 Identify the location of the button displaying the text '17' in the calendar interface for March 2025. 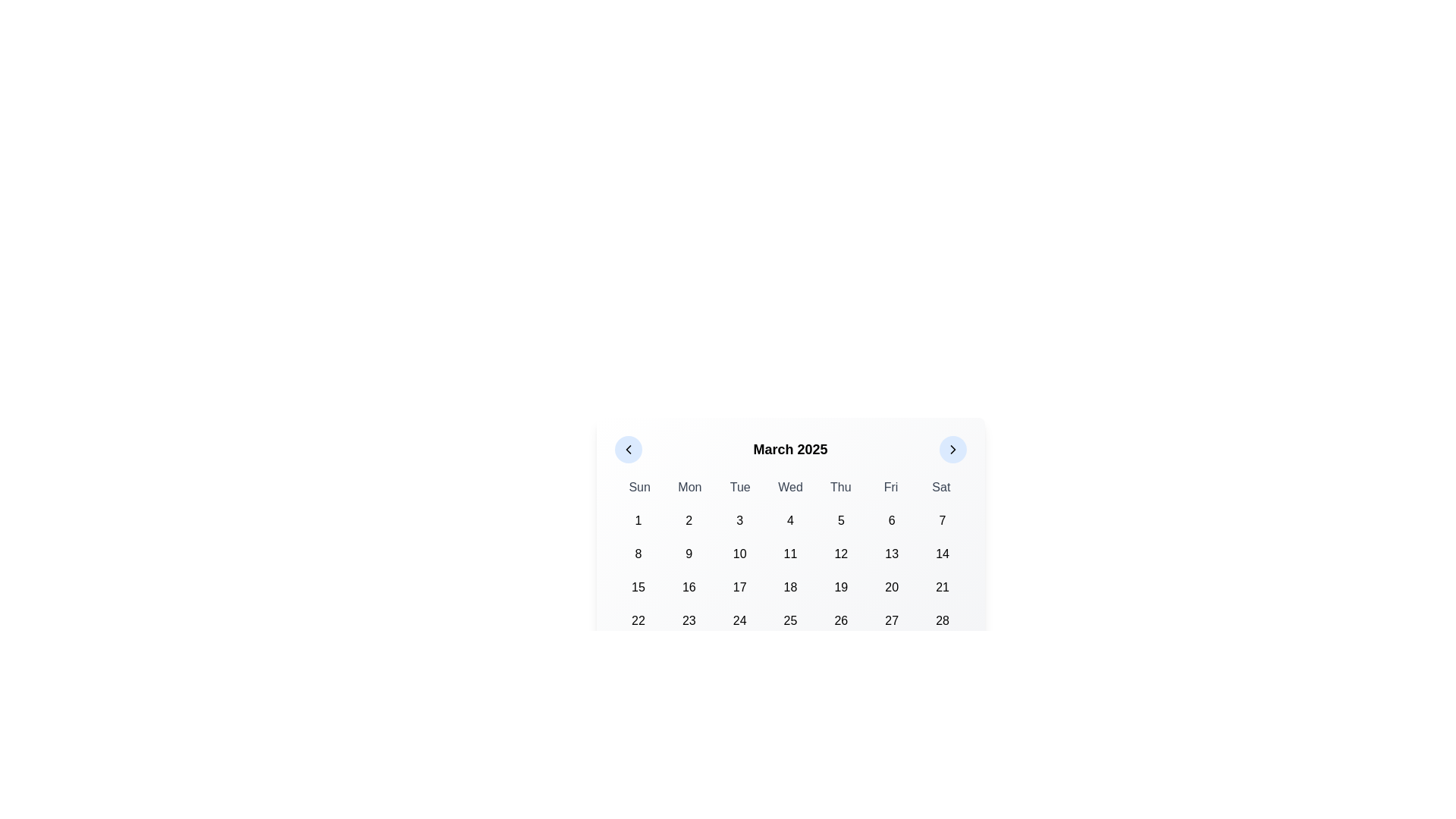
(739, 587).